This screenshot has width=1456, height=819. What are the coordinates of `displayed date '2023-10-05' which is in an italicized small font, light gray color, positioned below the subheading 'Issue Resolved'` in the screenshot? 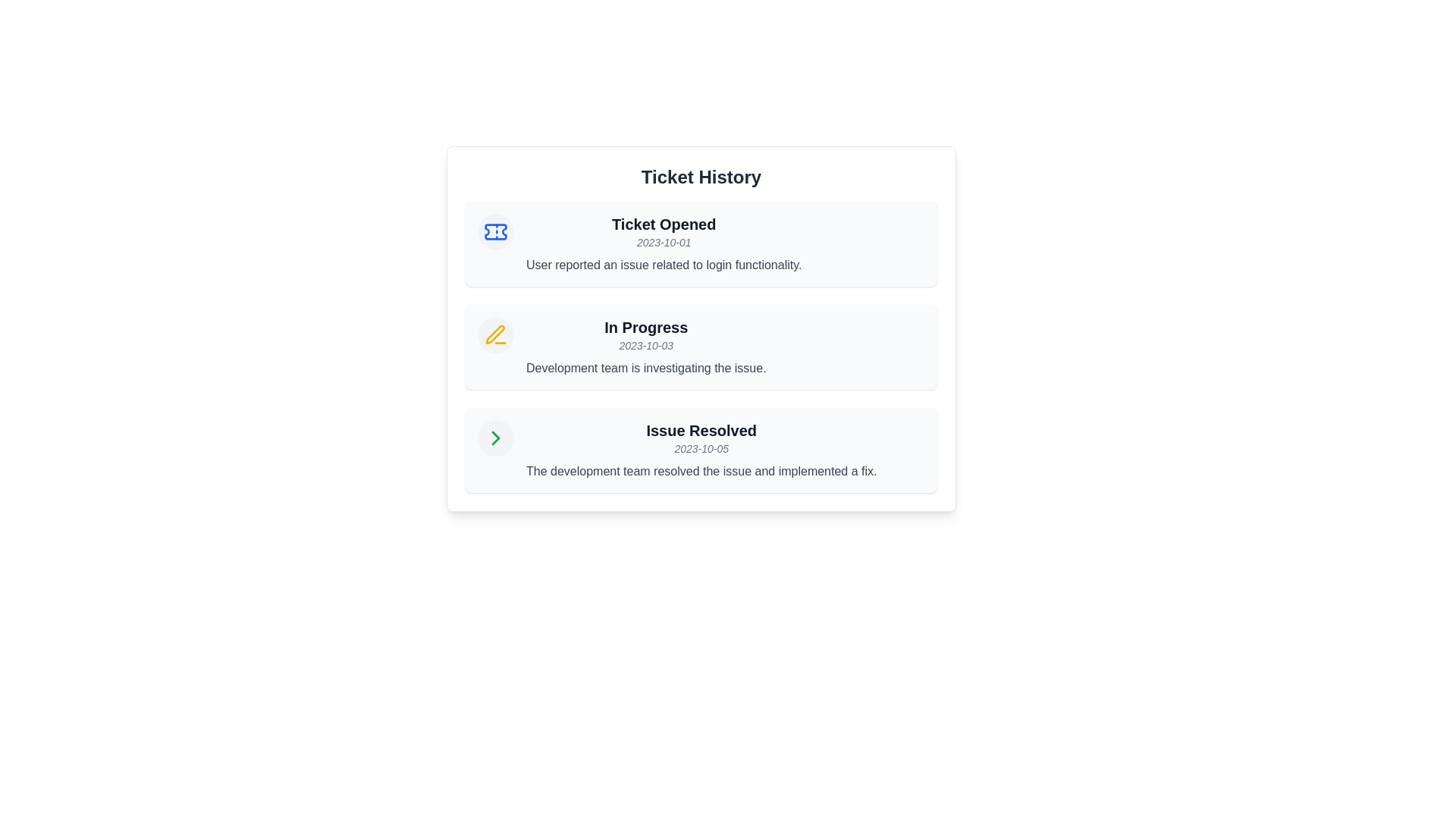 It's located at (701, 447).